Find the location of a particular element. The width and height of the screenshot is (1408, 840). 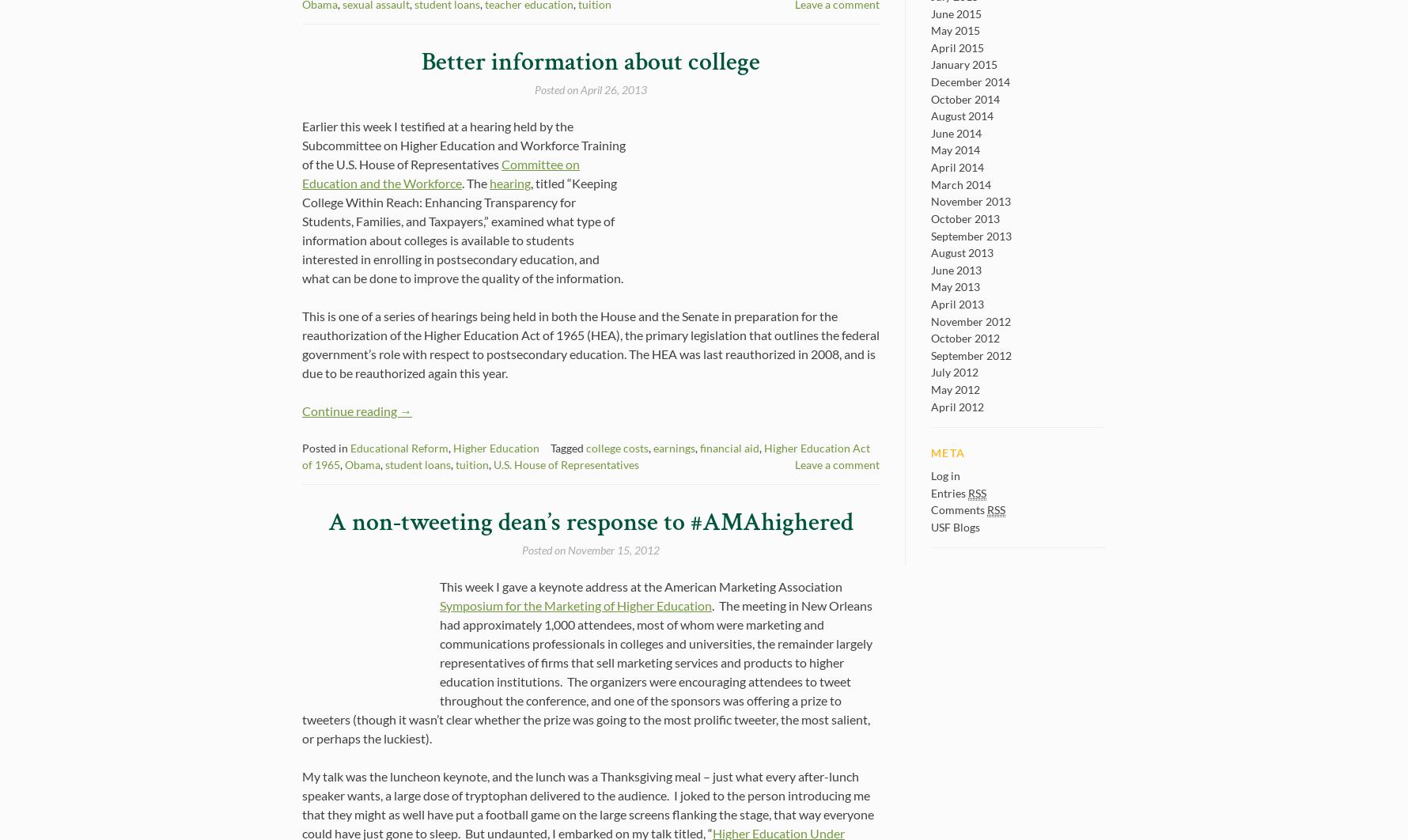

'December 2014' is located at coordinates (970, 81).